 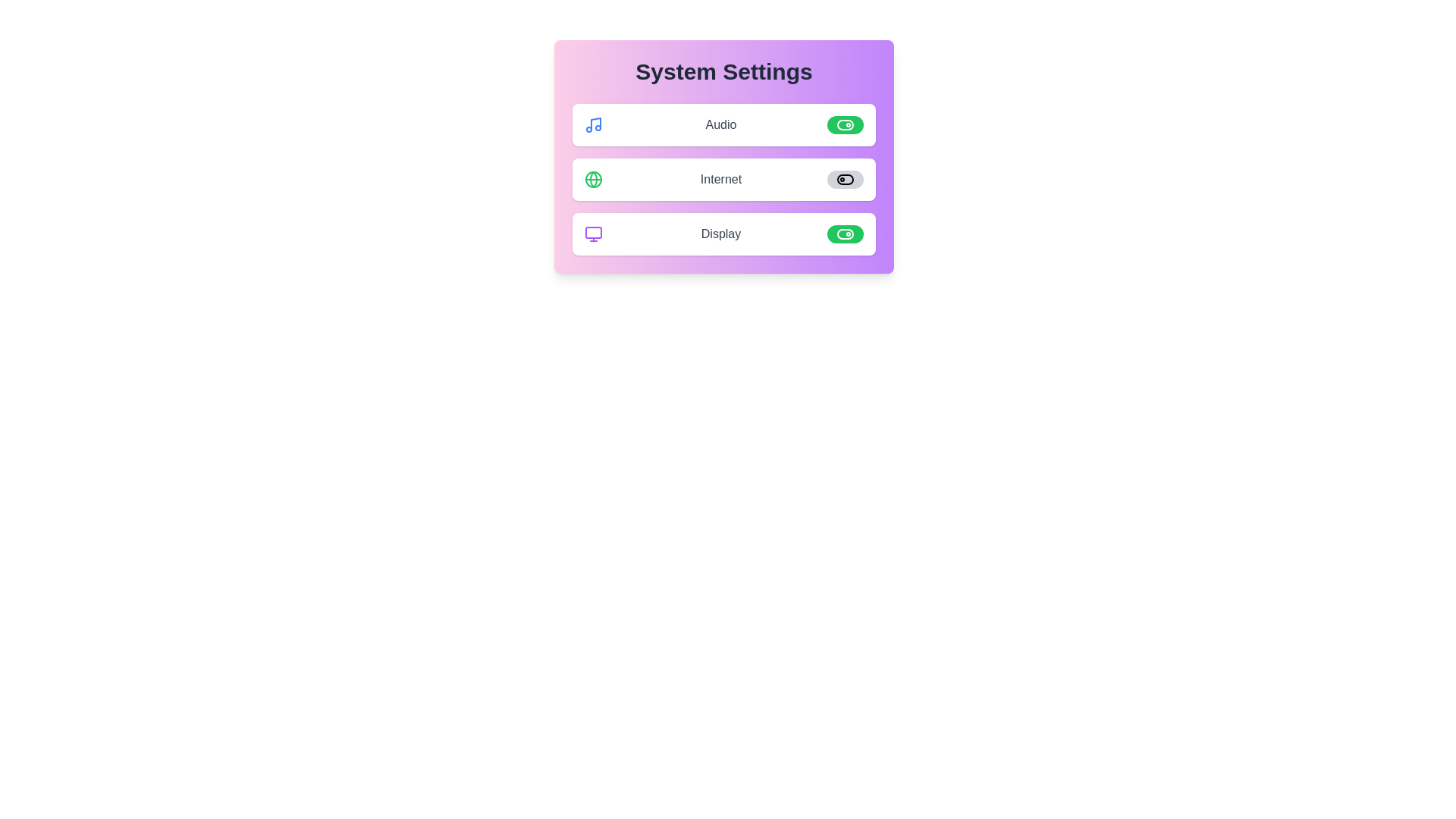 What do you see at coordinates (844, 178) in the screenshot?
I see `the toggle switch in the 'Internet' section of the 'System Settings' dialog` at bounding box center [844, 178].